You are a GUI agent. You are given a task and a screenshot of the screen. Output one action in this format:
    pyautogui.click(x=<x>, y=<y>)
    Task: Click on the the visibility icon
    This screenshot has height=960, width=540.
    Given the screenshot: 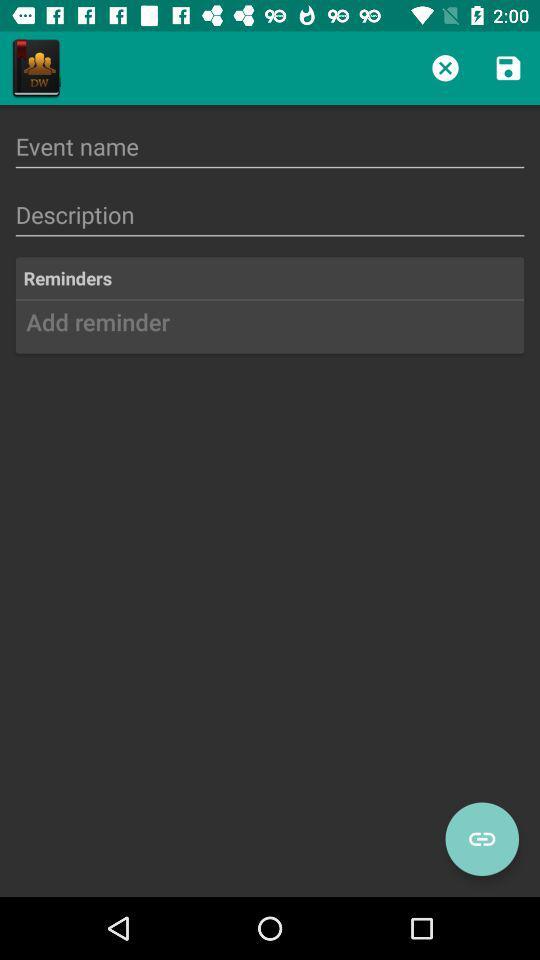 What is the action you would take?
    pyautogui.click(x=481, y=839)
    